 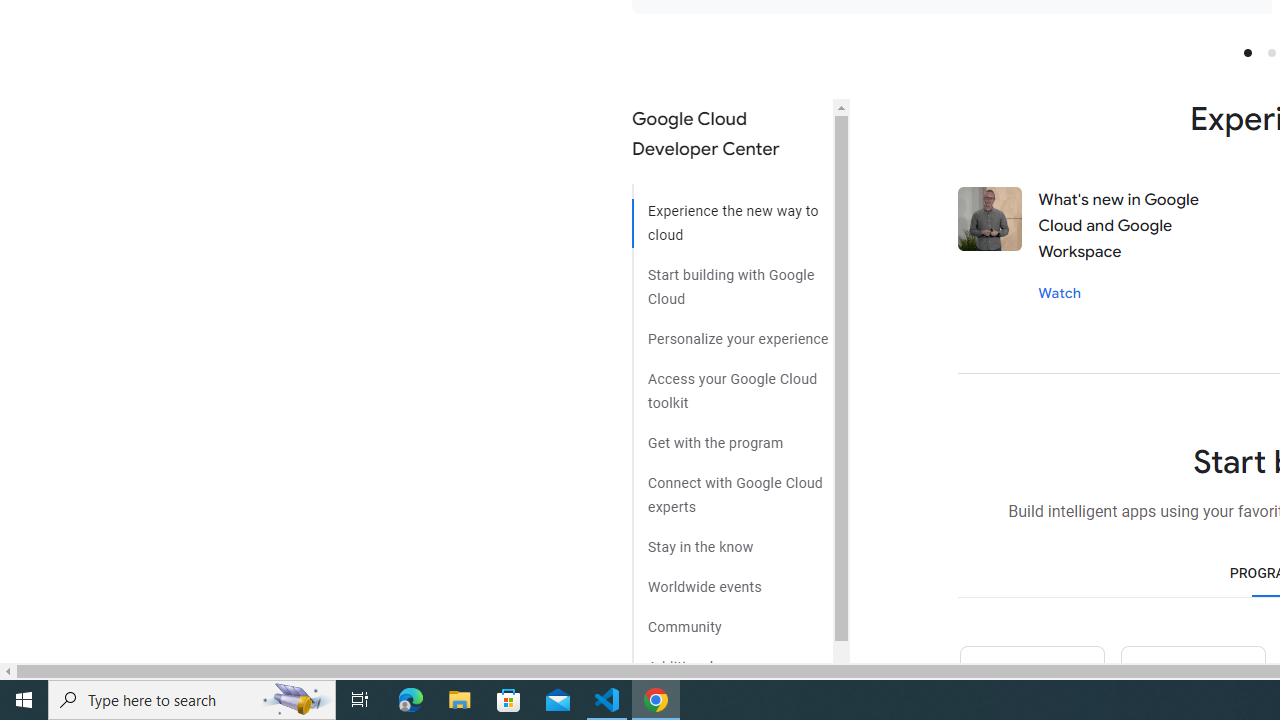 I want to click on 'Community', so click(x=731, y=618).